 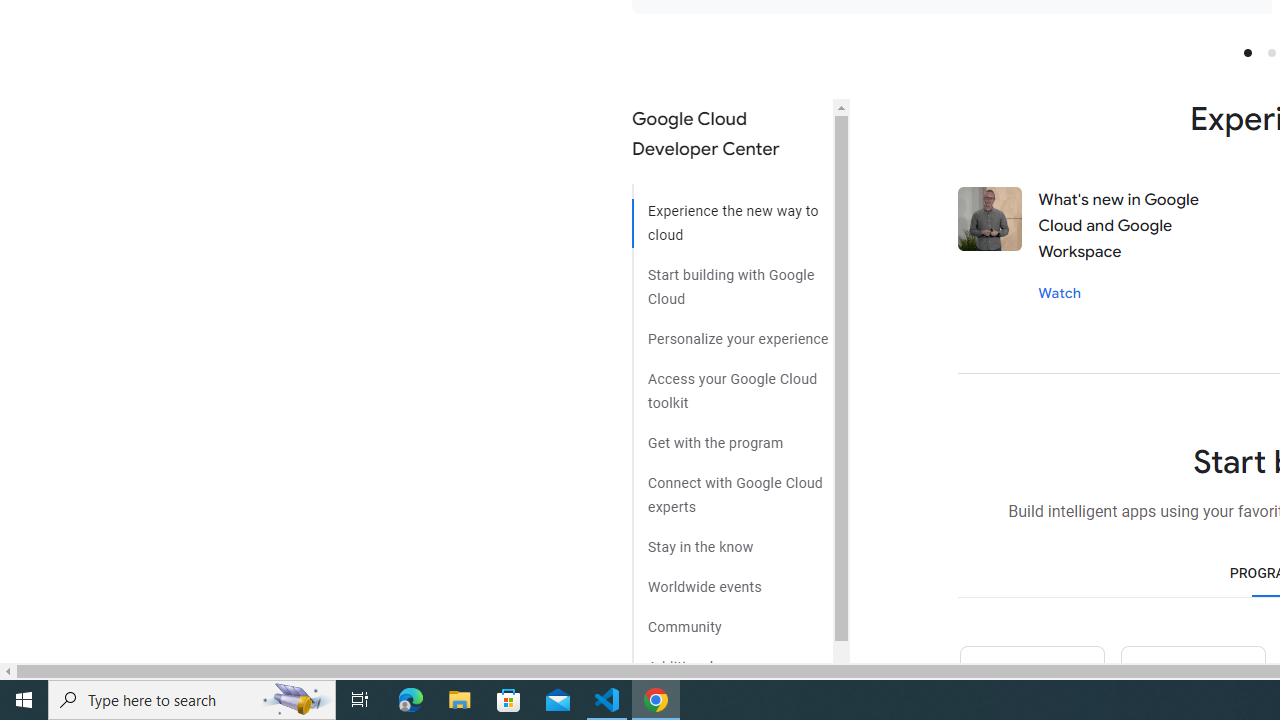 I want to click on 'Community', so click(x=731, y=618).